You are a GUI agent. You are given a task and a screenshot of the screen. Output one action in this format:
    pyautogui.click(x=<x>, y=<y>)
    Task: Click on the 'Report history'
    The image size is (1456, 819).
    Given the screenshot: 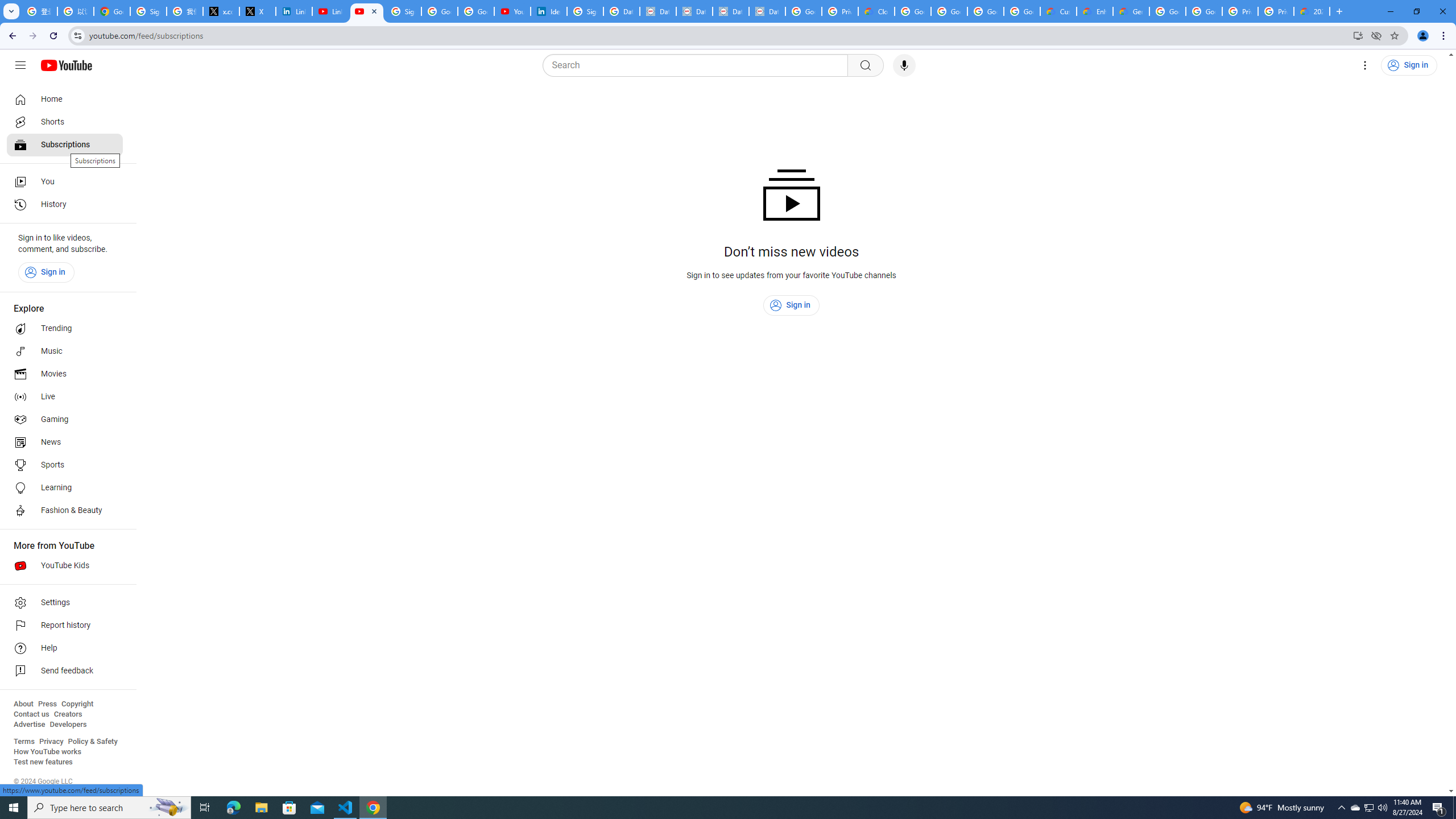 What is the action you would take?
    pyautogui.click(x=64, y=625)
    